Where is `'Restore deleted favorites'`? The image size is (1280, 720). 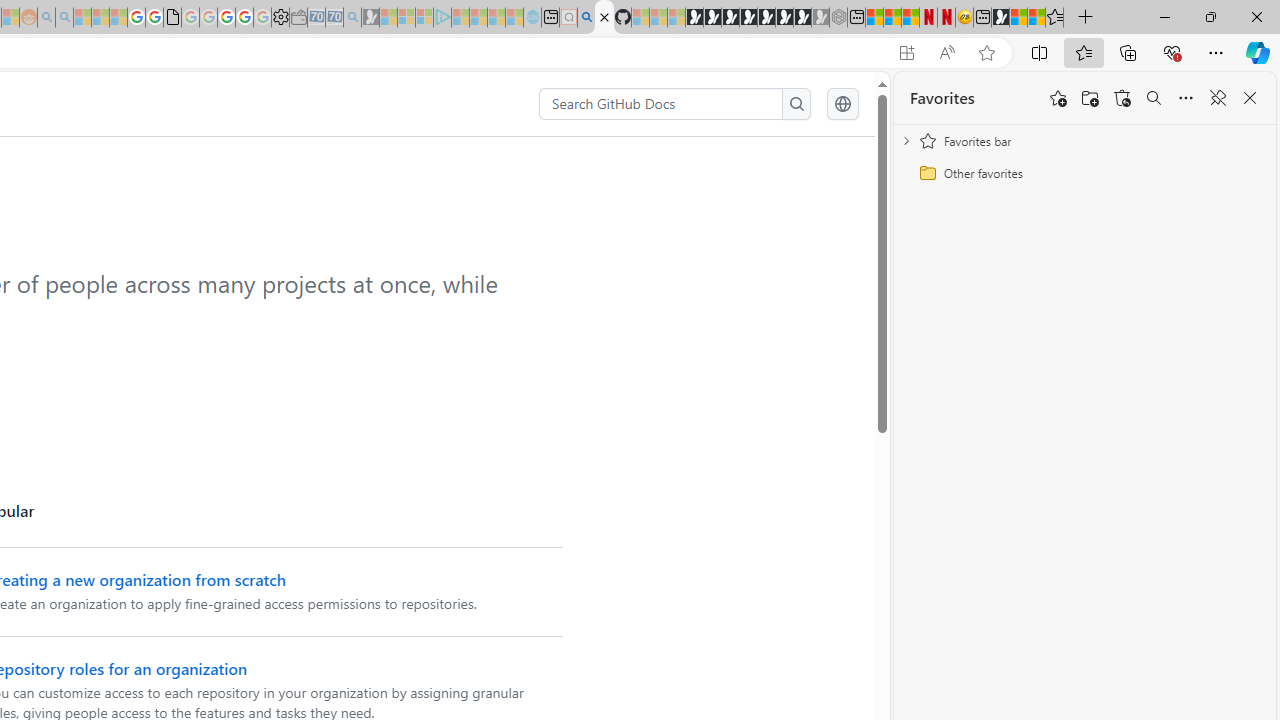 'Restore deleted favorites' is located at coordinates (1122, 98).